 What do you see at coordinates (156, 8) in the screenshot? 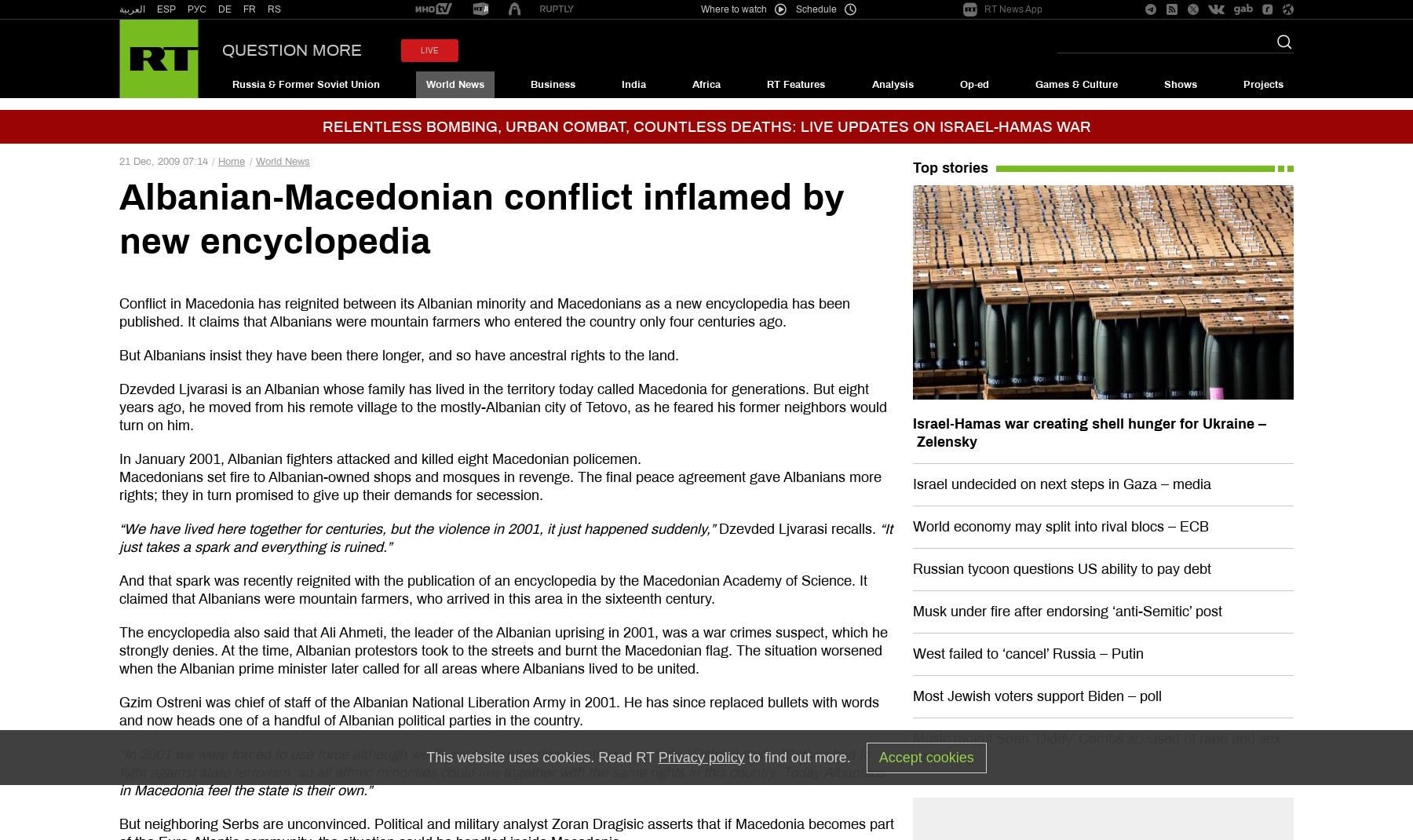
I see `'ESP'` at bounding box center [156, 8].